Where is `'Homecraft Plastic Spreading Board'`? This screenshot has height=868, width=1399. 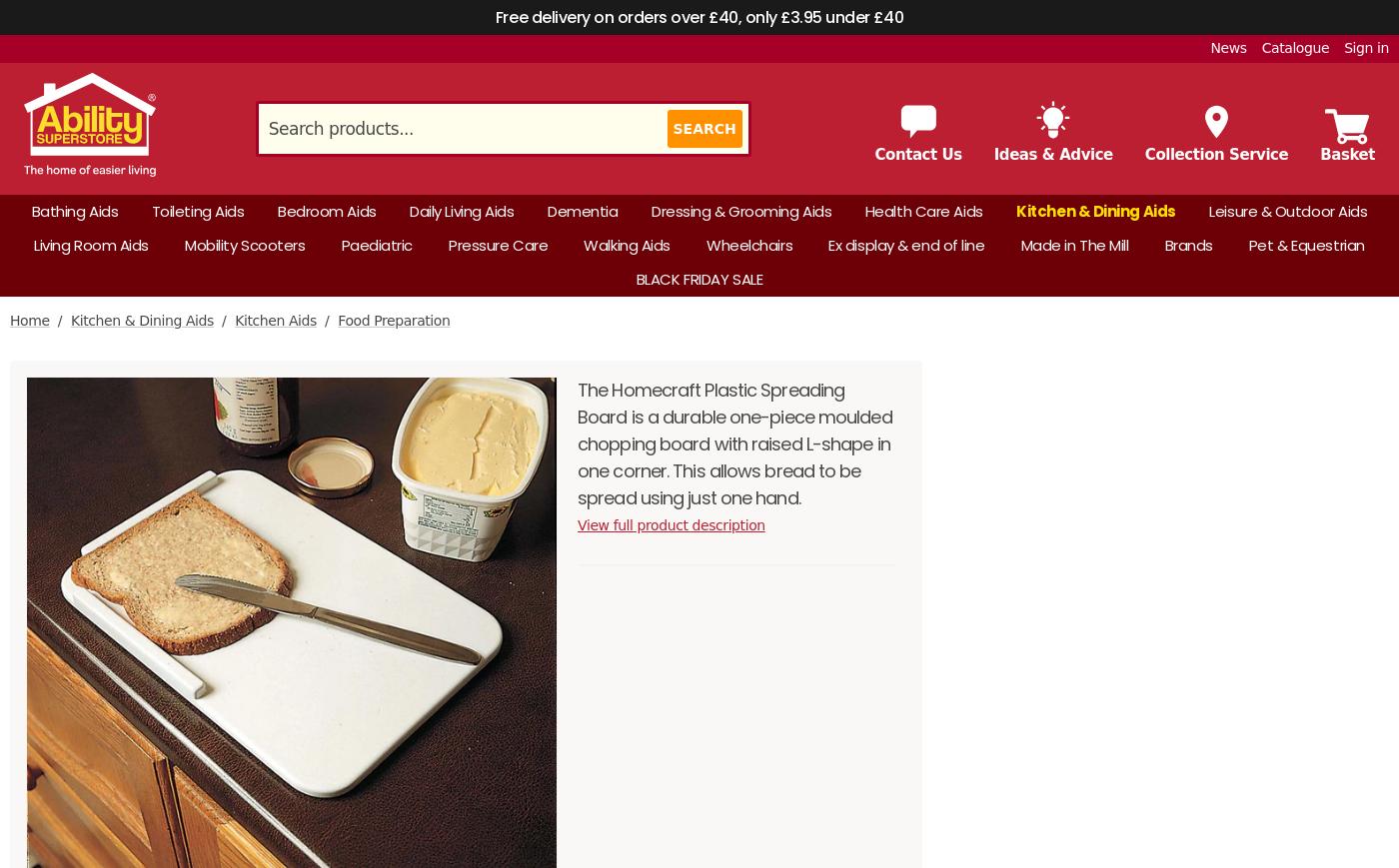
'Homecraft Plastic Spreading Board' is located at coordinates (1096, 78).